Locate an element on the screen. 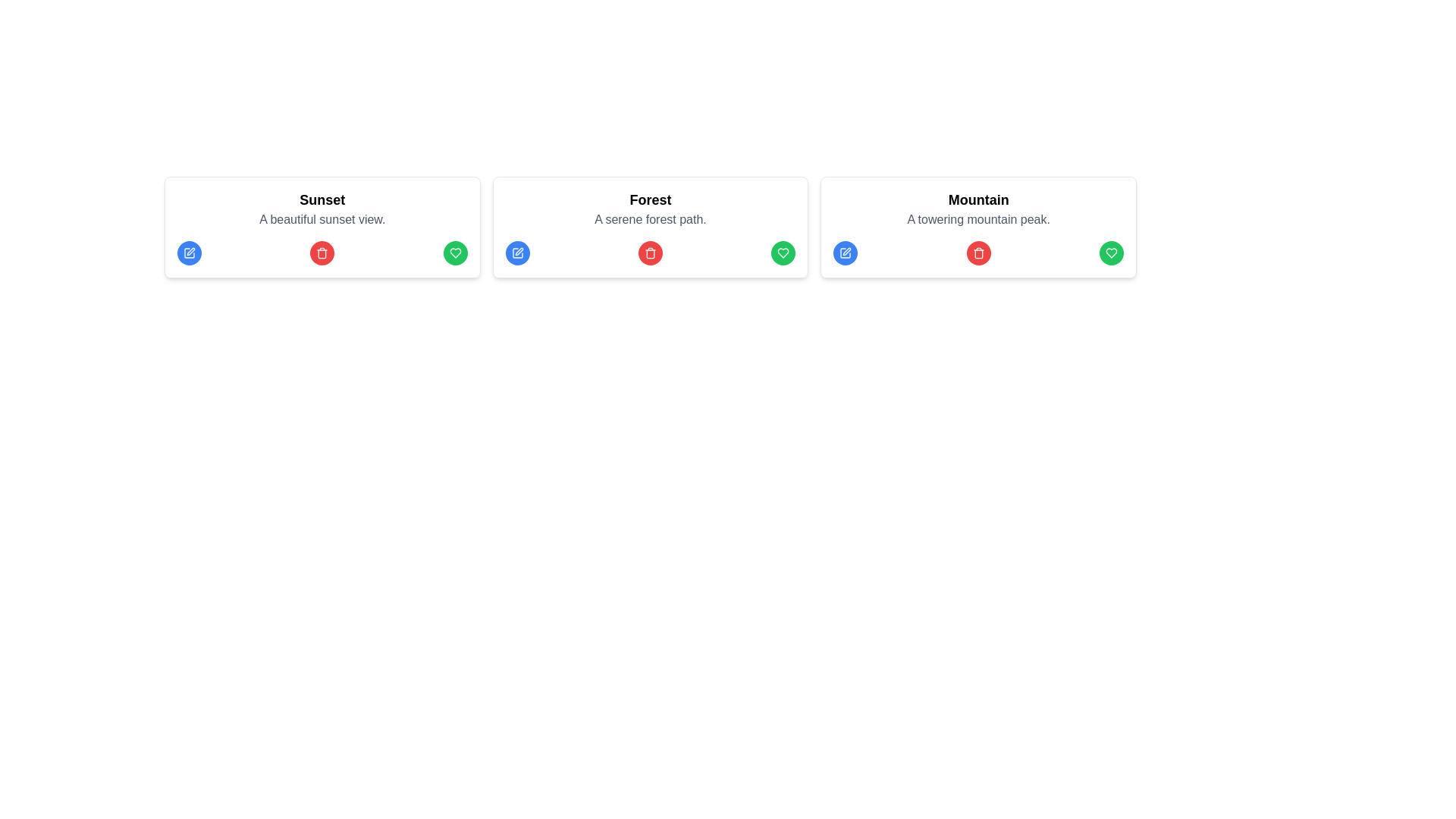  the edit button for the 'Sunset' item, which is located on the leftmost side of the three icons in its row is located at coordinates (188, 253).